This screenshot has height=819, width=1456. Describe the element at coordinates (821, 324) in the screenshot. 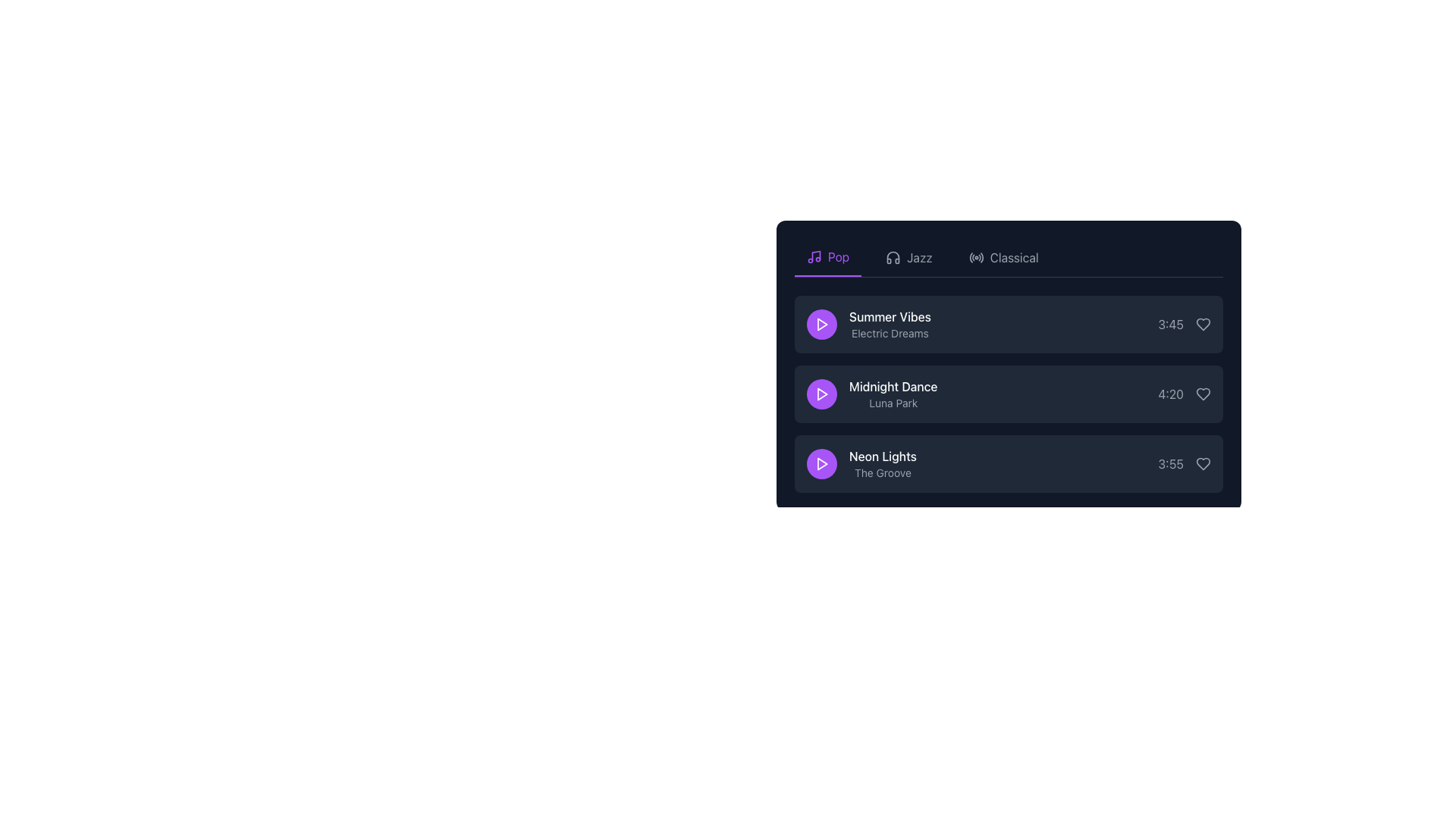

I see `the purple triangle 'Play' icon button located to the left of the text 'Summer Vibes' in the first list item of the music playlist` at that location.